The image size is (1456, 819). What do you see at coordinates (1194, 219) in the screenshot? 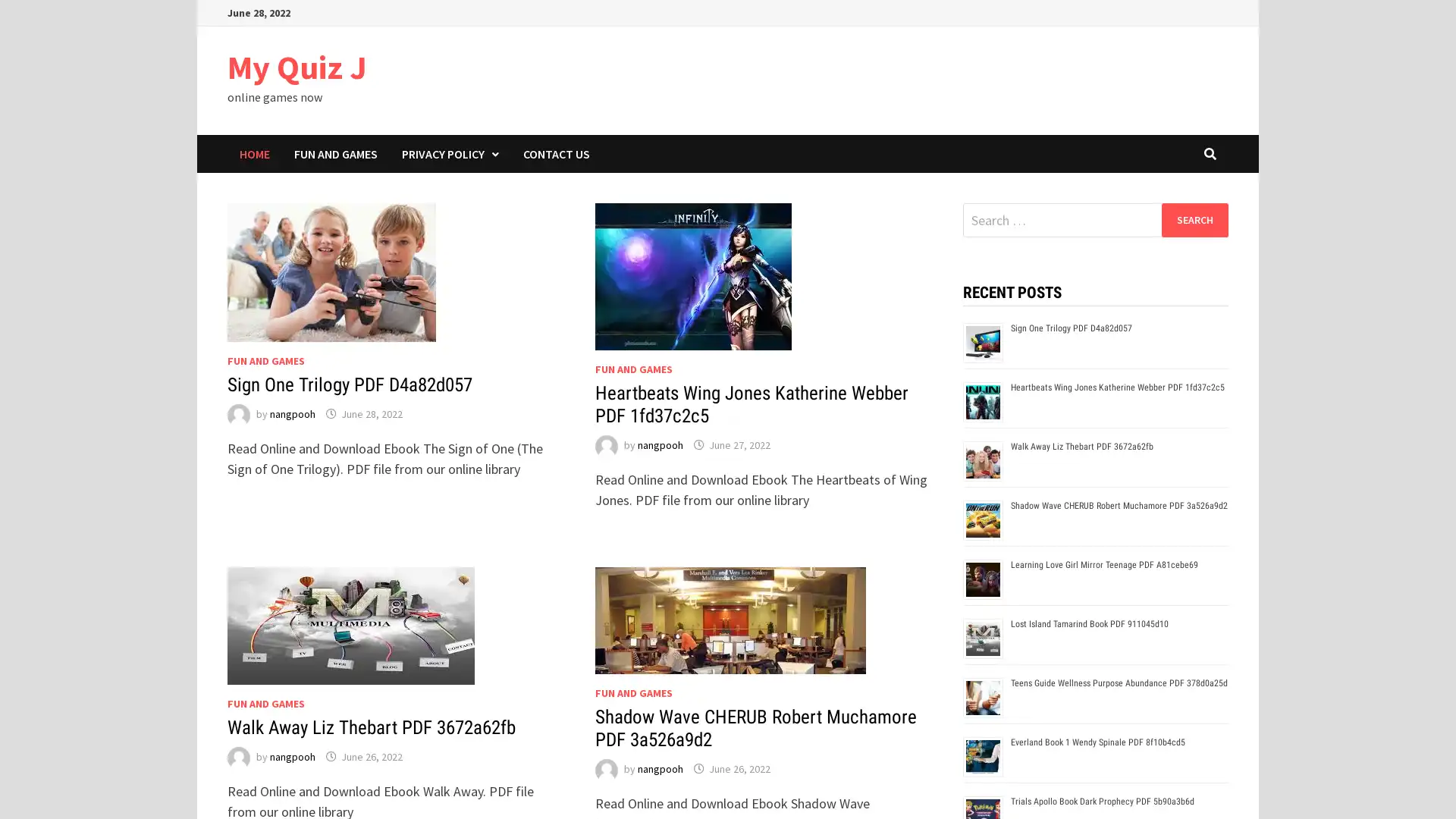
I see `Search` at bounding box center [1194, 219].